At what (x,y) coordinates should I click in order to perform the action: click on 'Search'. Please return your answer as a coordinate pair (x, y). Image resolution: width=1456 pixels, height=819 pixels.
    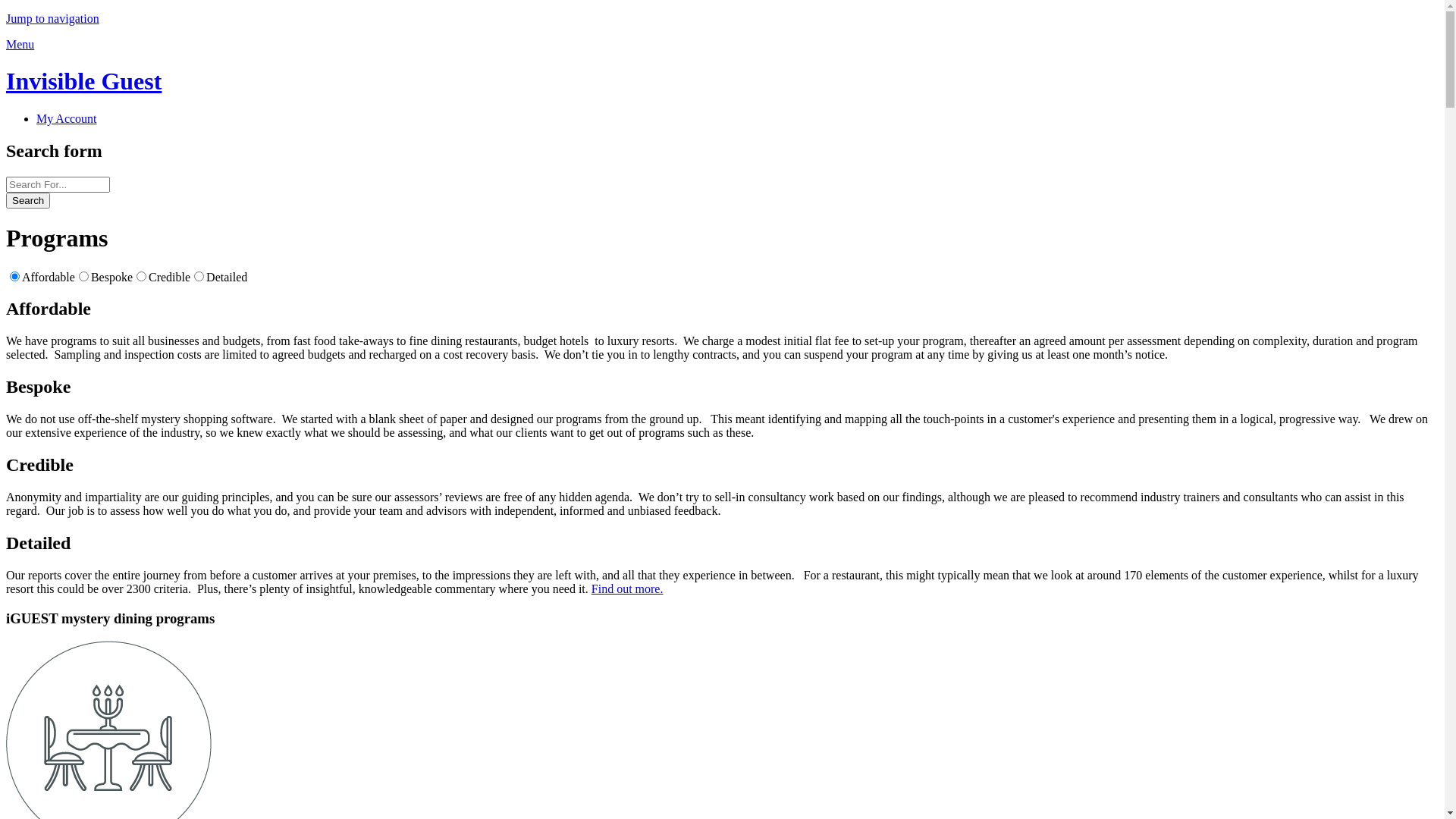
    Looking at the image, I should click on (28, 199).